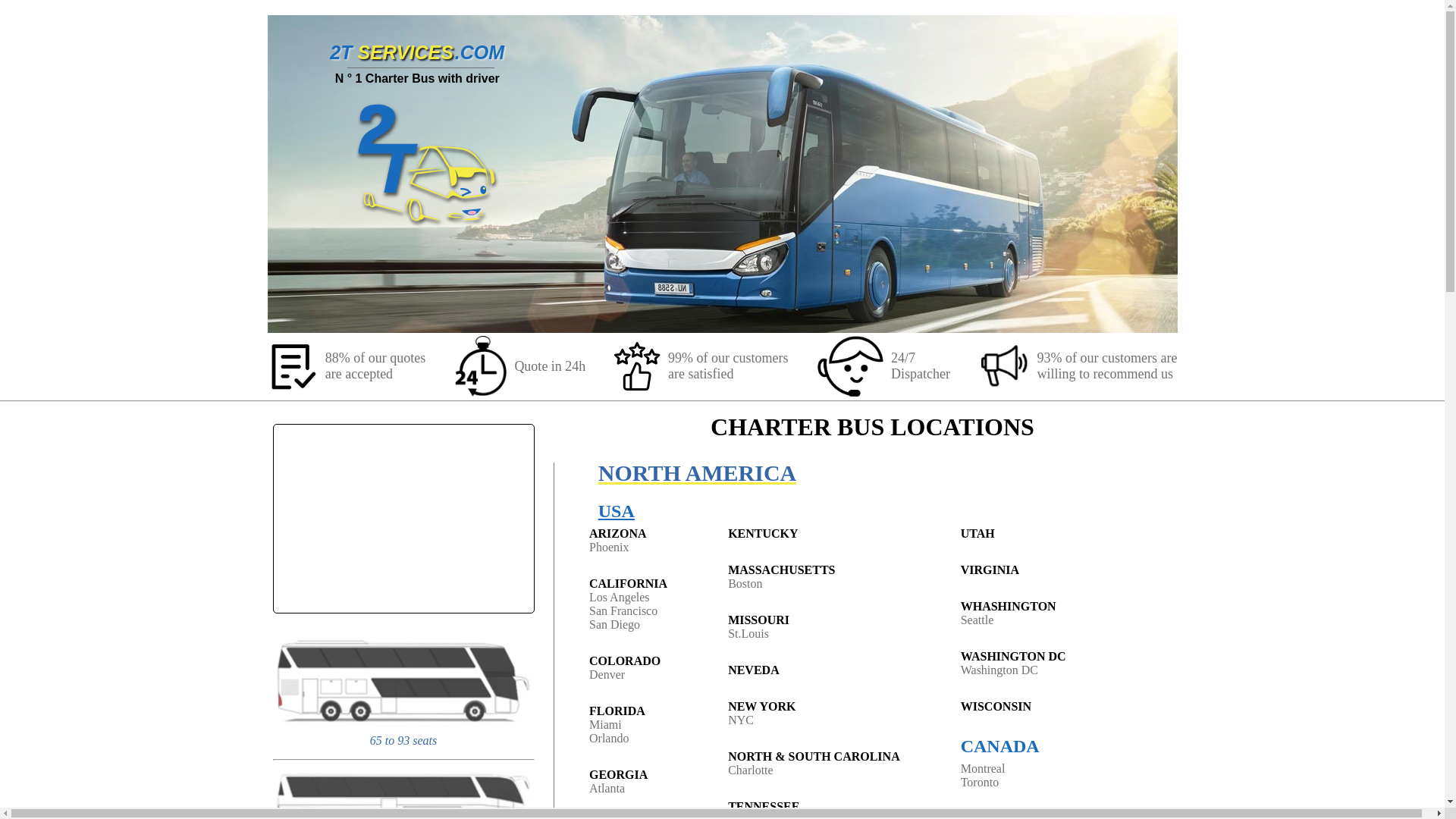 This screenshot has width=1456, height=819. What do you see at coordinates (607, 787) in the screenshot?
I see `'Atlanta'` at bounding box center [607, 787].